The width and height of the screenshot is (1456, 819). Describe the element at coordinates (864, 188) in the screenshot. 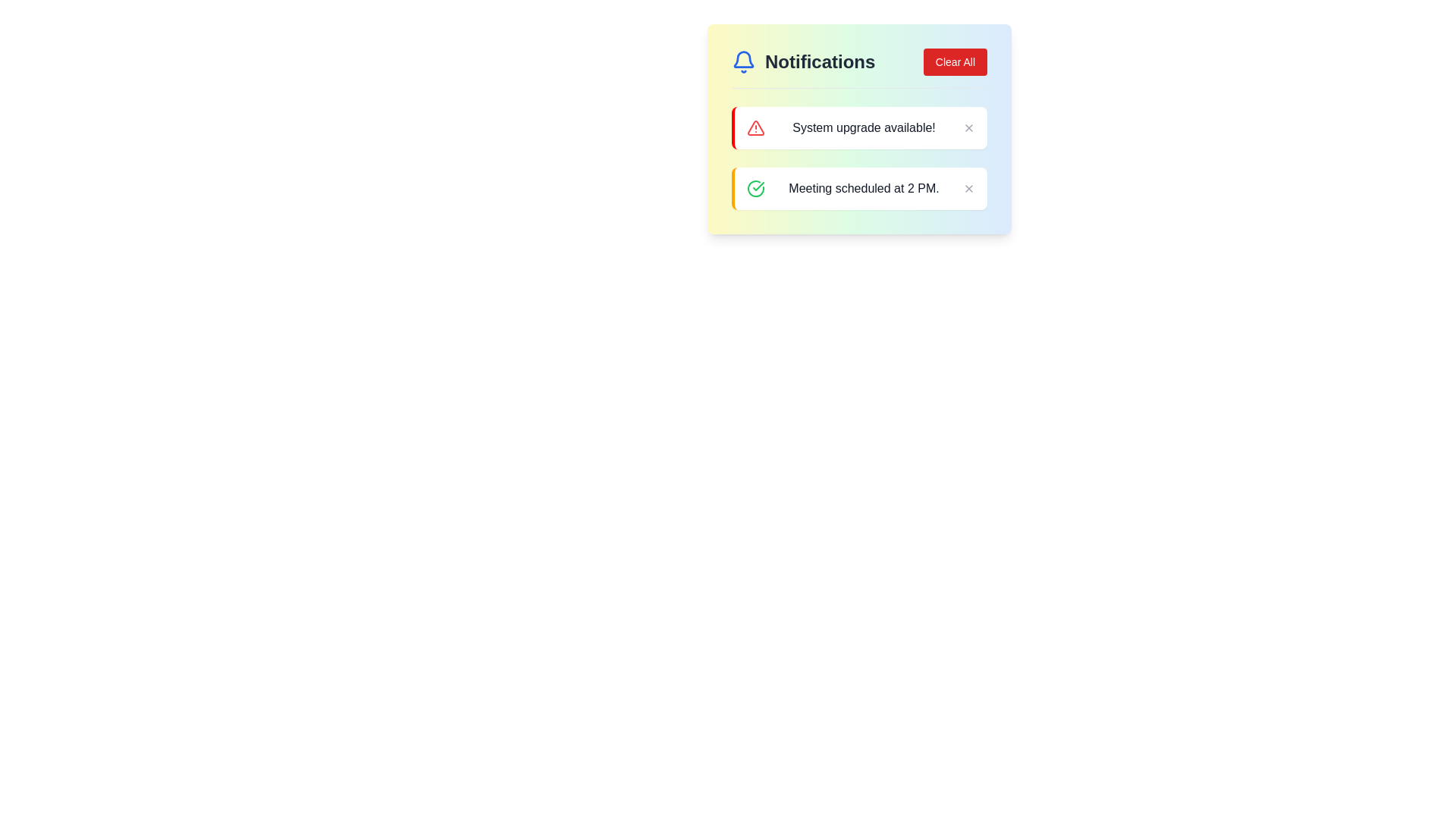

I see `the text label displaying 'Meeting scheduled at 2 PM.' which is located within a notification card highlighted with an orange border` at that location.